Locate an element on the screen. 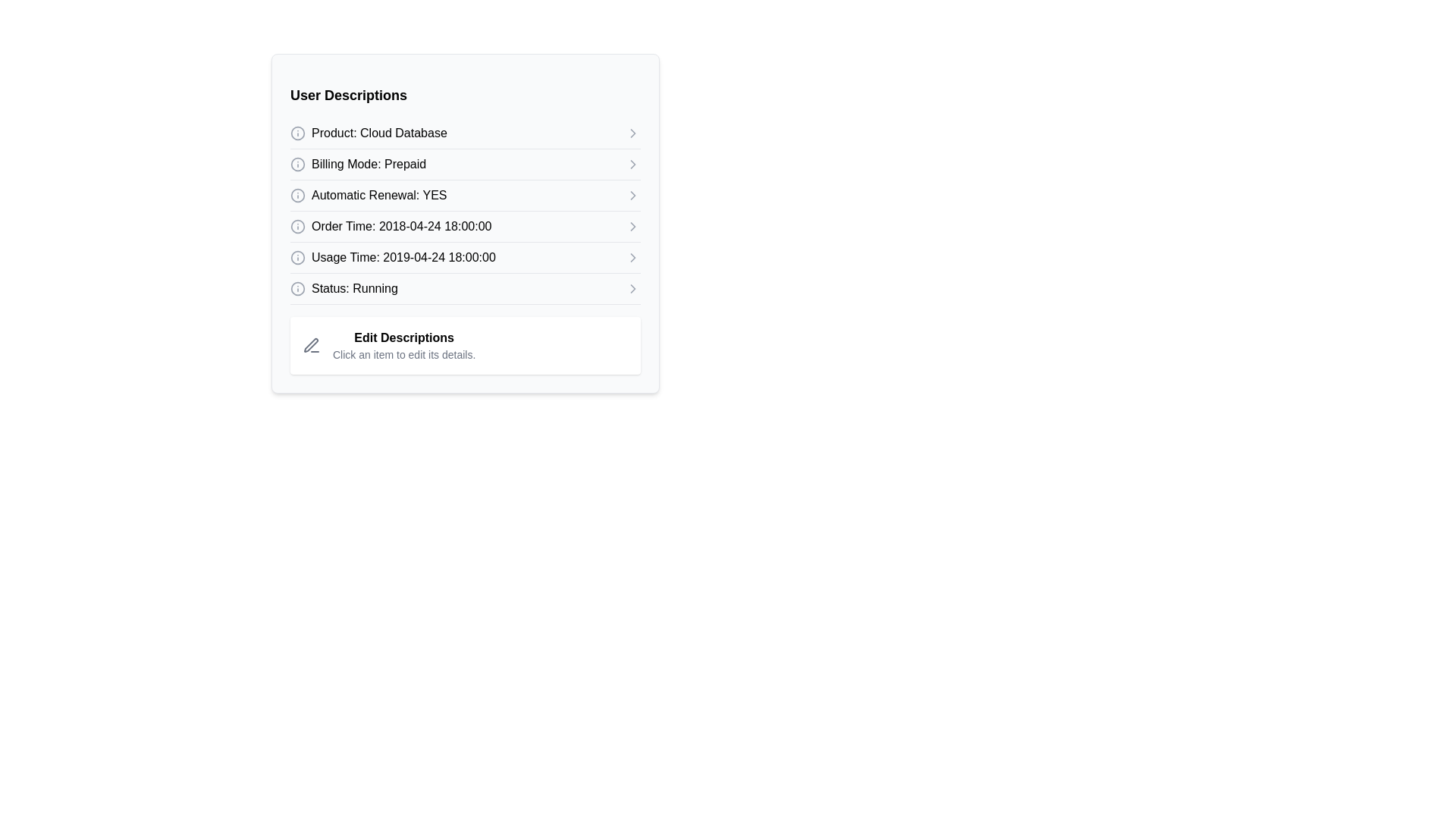  the text label displaying 'Automatic Renewal: YES' which is accompanied by an information icon, located in the third row of a vertical list within a card-like section is located at coordinates (369, 195).